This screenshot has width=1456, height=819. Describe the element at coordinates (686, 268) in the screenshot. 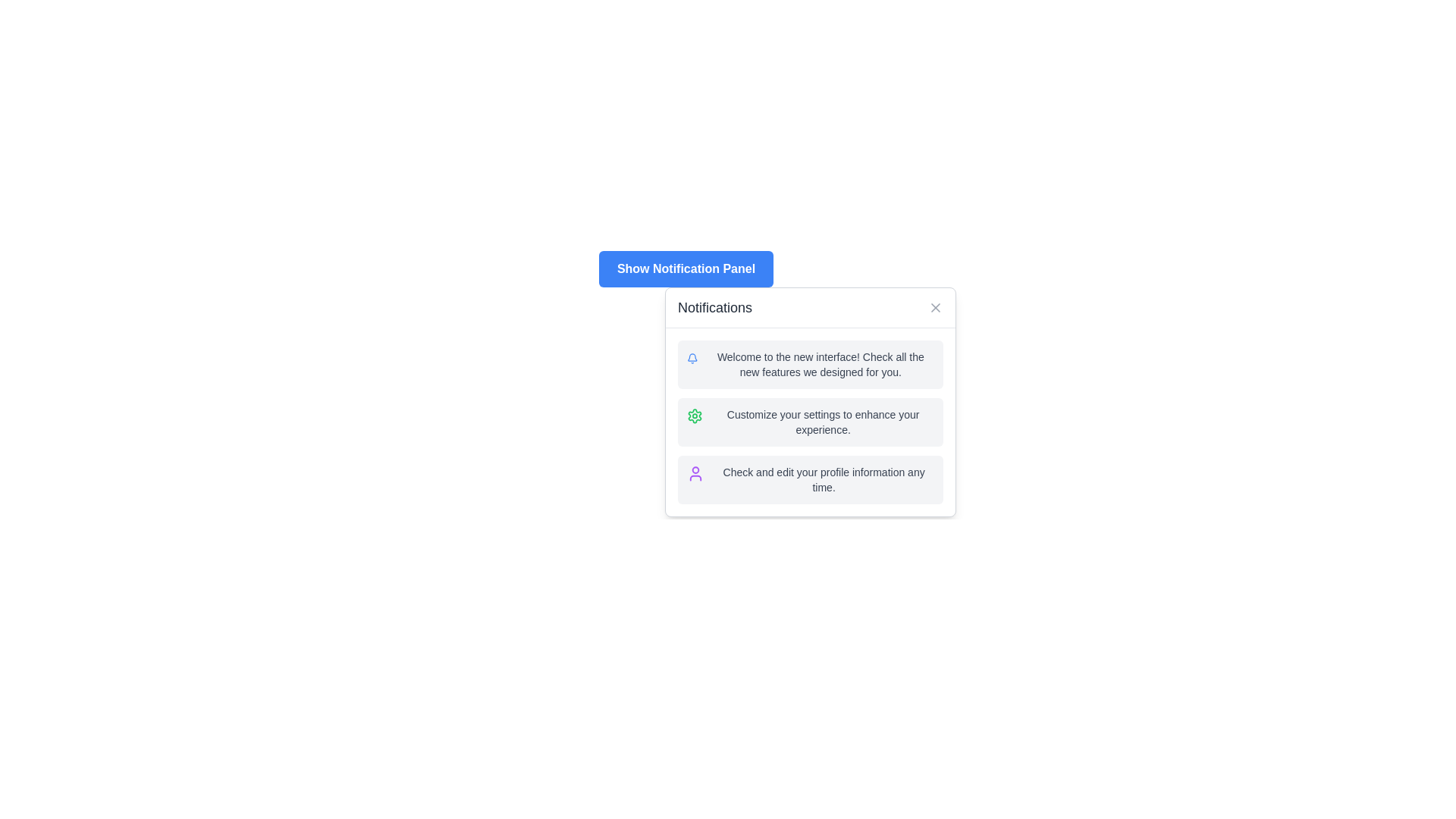

I see `the blue button with rounded edges labeled 'Show Notification Panel'` at that location.